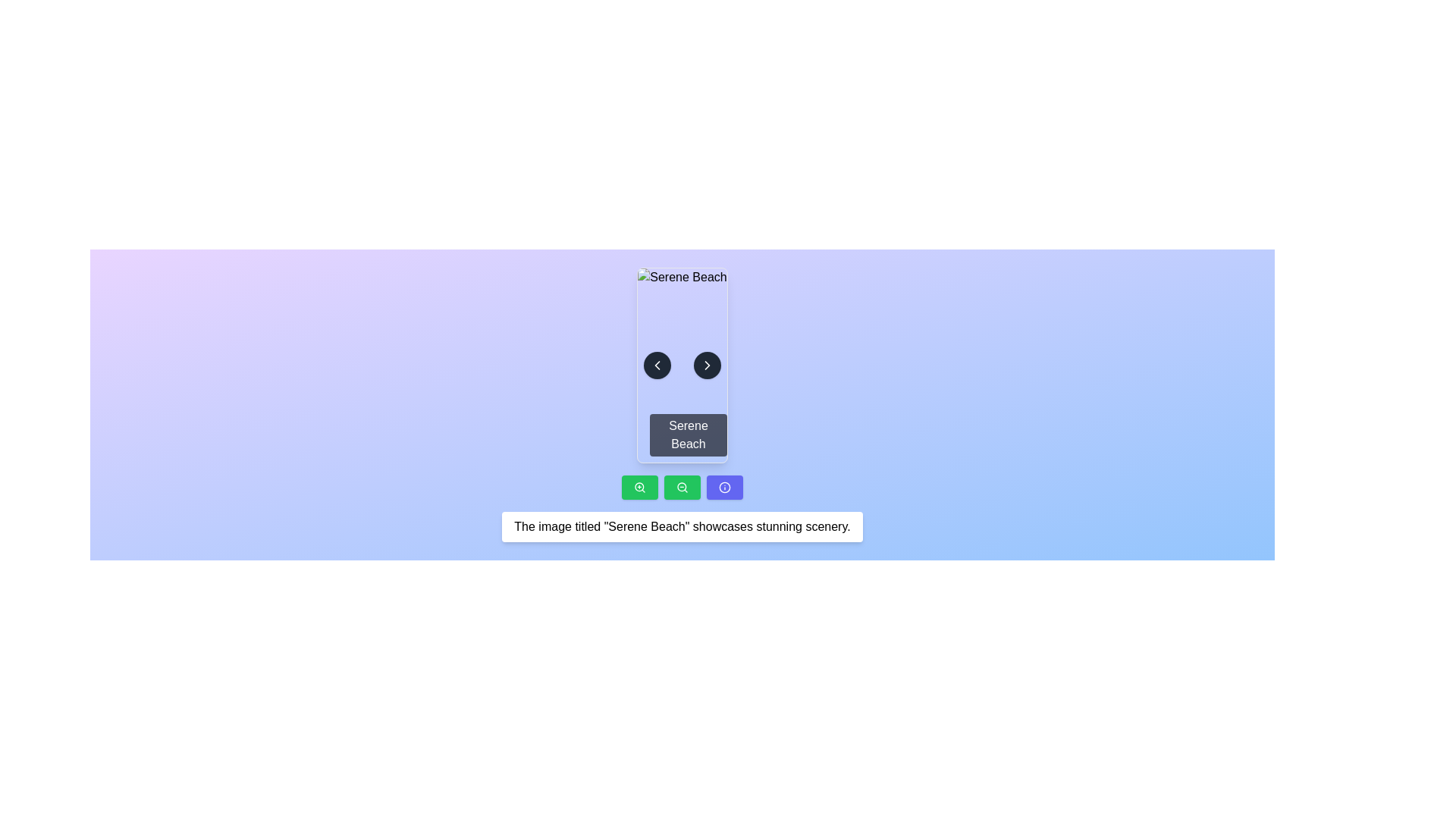 The height and width of the screenshot is (819, 1456). Describe the element at coordinates (640, 488) in the screenshot. I see `the green zoom-in icon with a magnifying glass and plus sign located at the bottom left of the interface` at that location.